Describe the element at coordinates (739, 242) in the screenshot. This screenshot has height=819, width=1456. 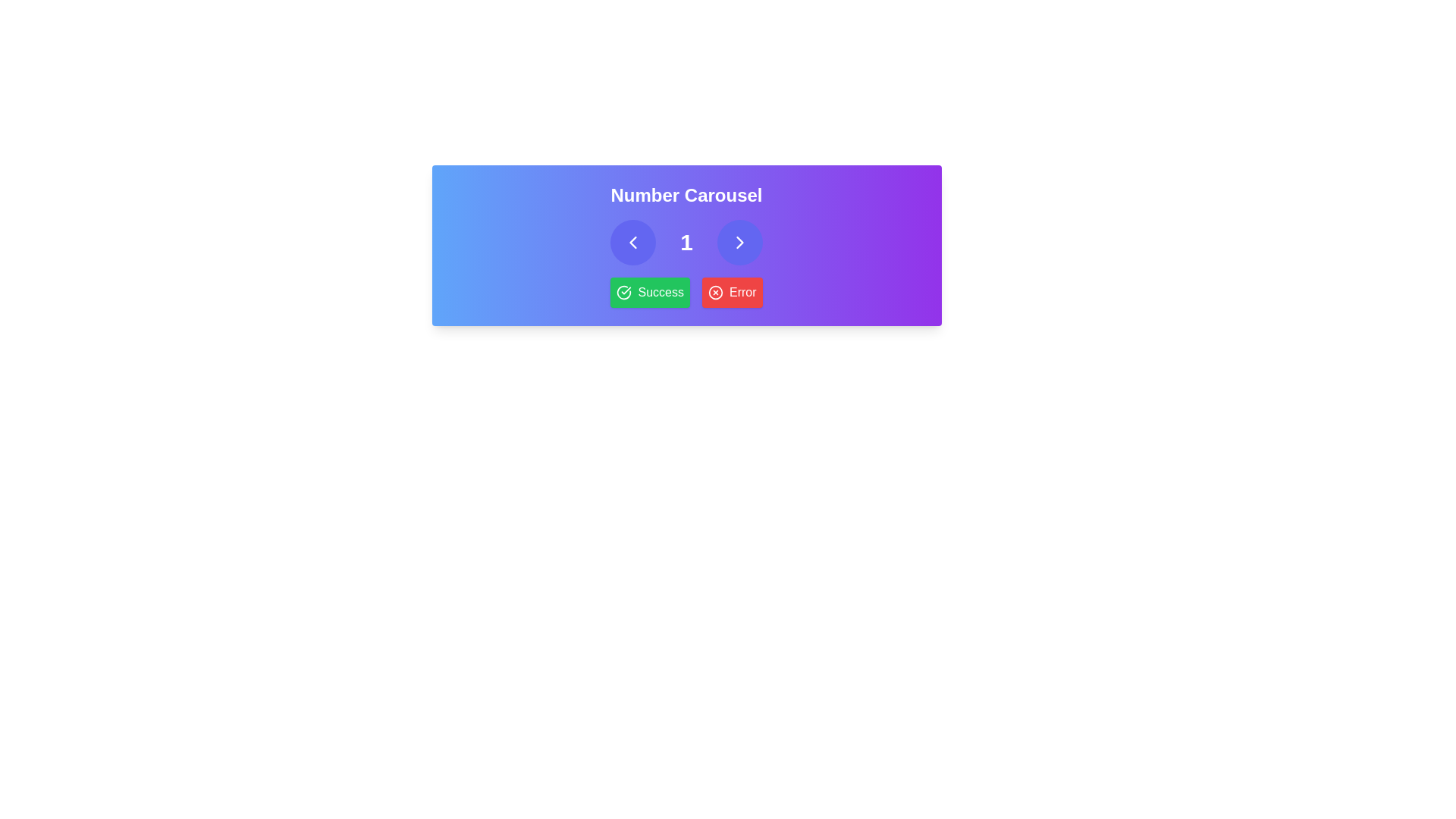
I see `the right-facing chevron icon within a circle-shaped button, which is positioned adjacent to the number '1'` at that location.